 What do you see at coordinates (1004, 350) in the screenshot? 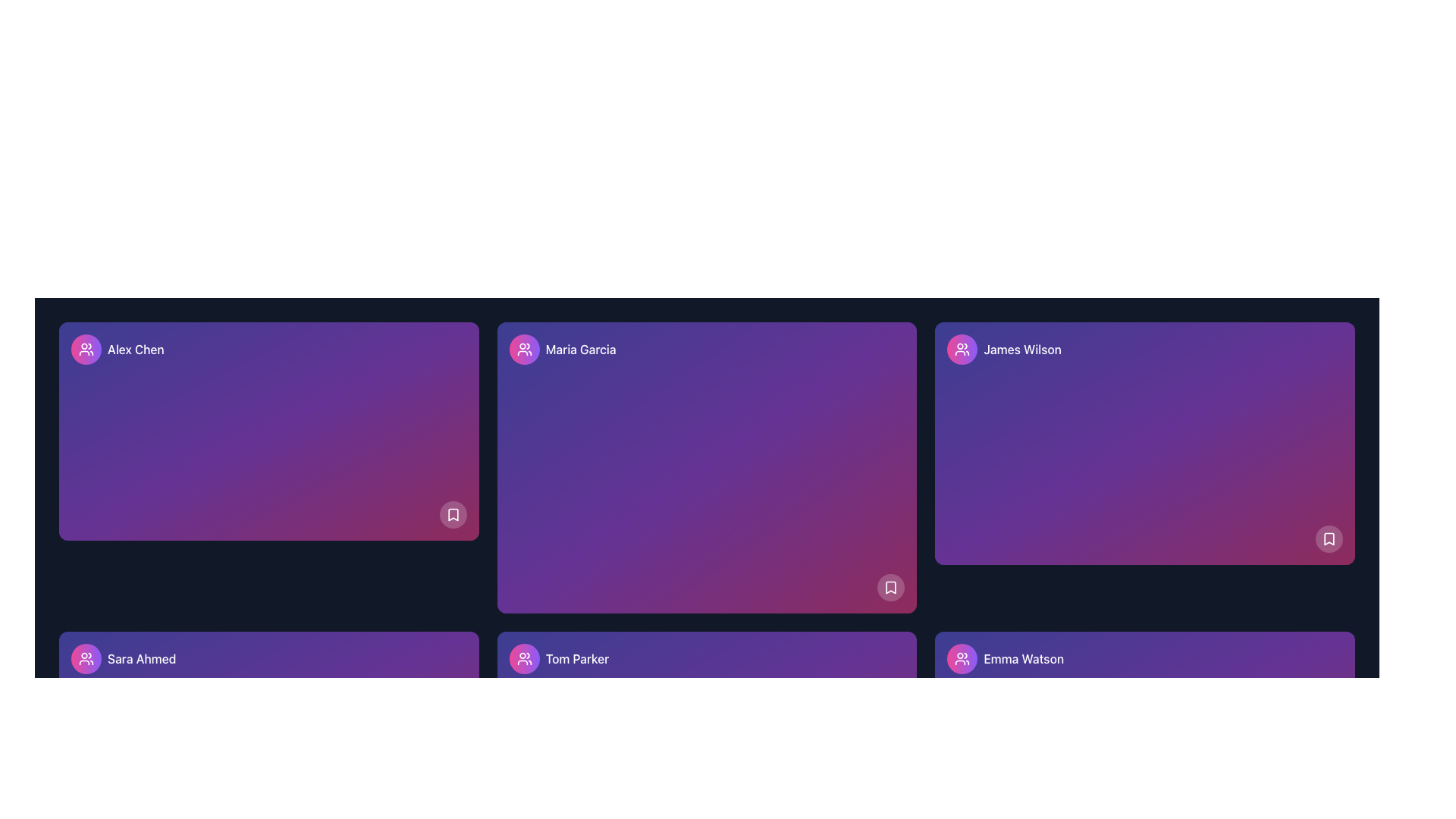
I see `the Label with icon representing 'James Wilson', located at the top-left corner of its tile` at bounding box center [1004, 350].